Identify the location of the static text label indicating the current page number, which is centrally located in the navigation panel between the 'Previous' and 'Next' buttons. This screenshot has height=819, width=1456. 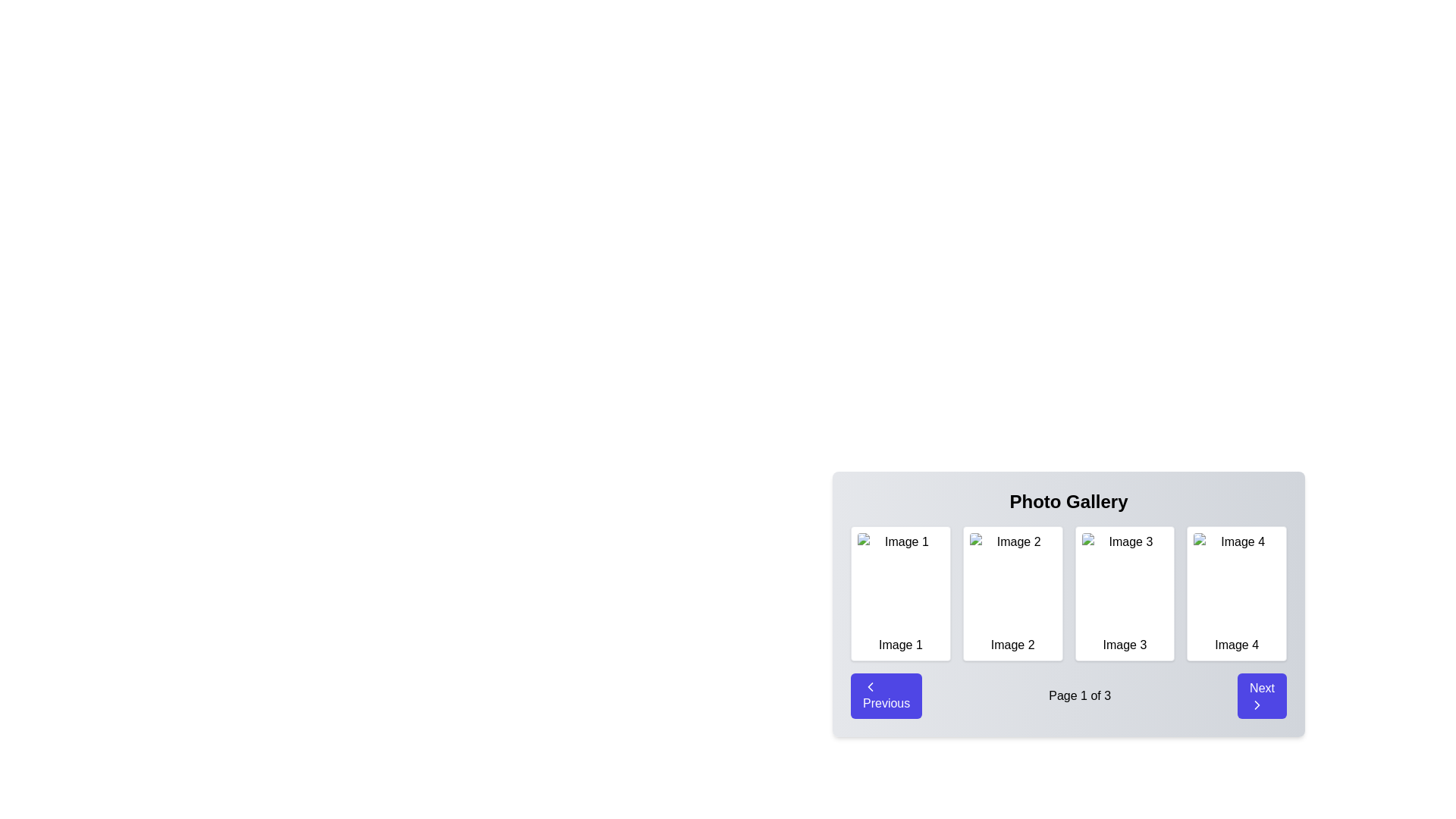
(1079, 696).